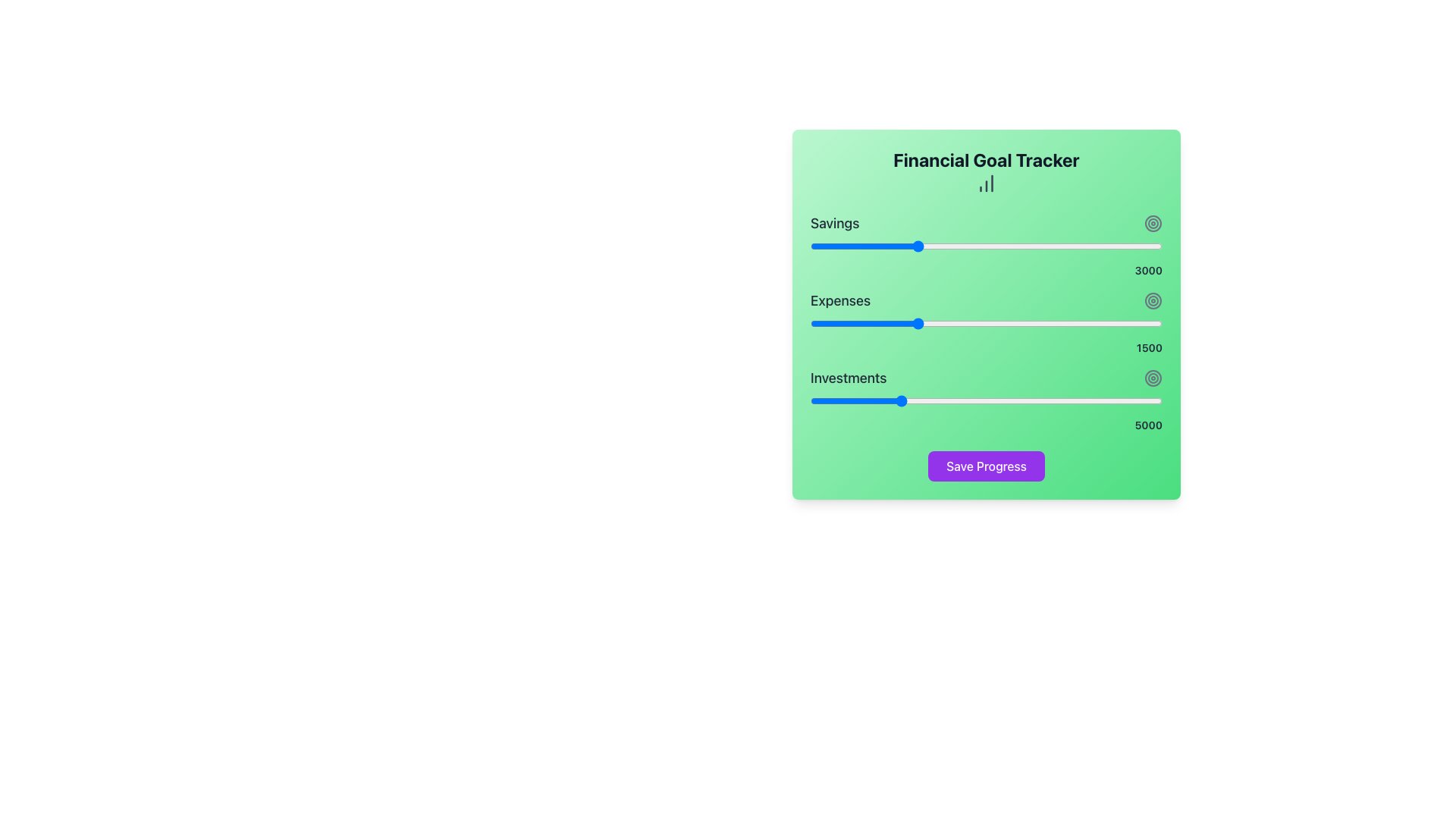 The height and width of the screenshot is (819, 1456). Describe the element at coordinates (1067, 323) in the screenshot. I see `the expense value` at that location.